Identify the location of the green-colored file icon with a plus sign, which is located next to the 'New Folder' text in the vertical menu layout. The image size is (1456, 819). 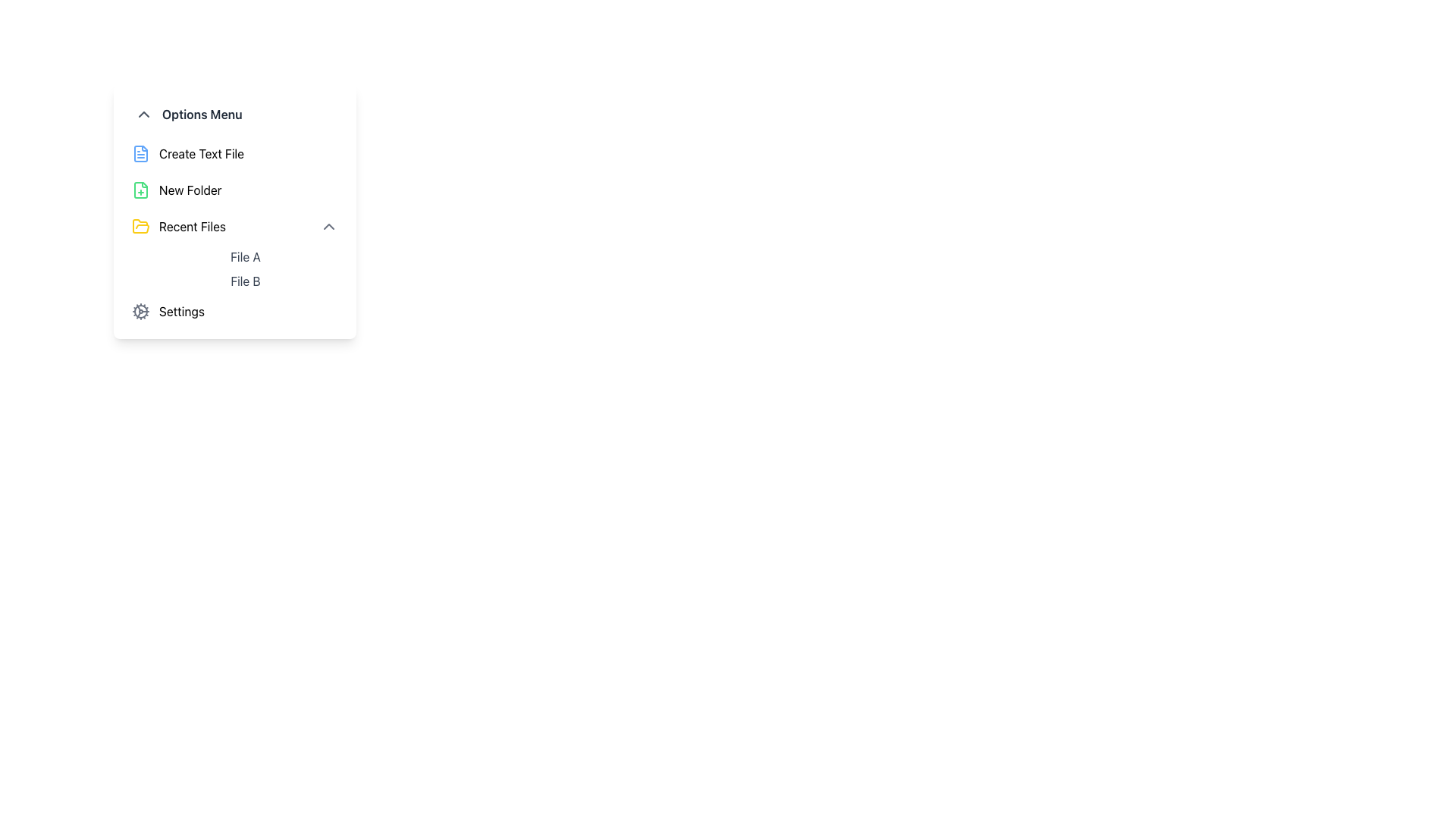
(141, 189).